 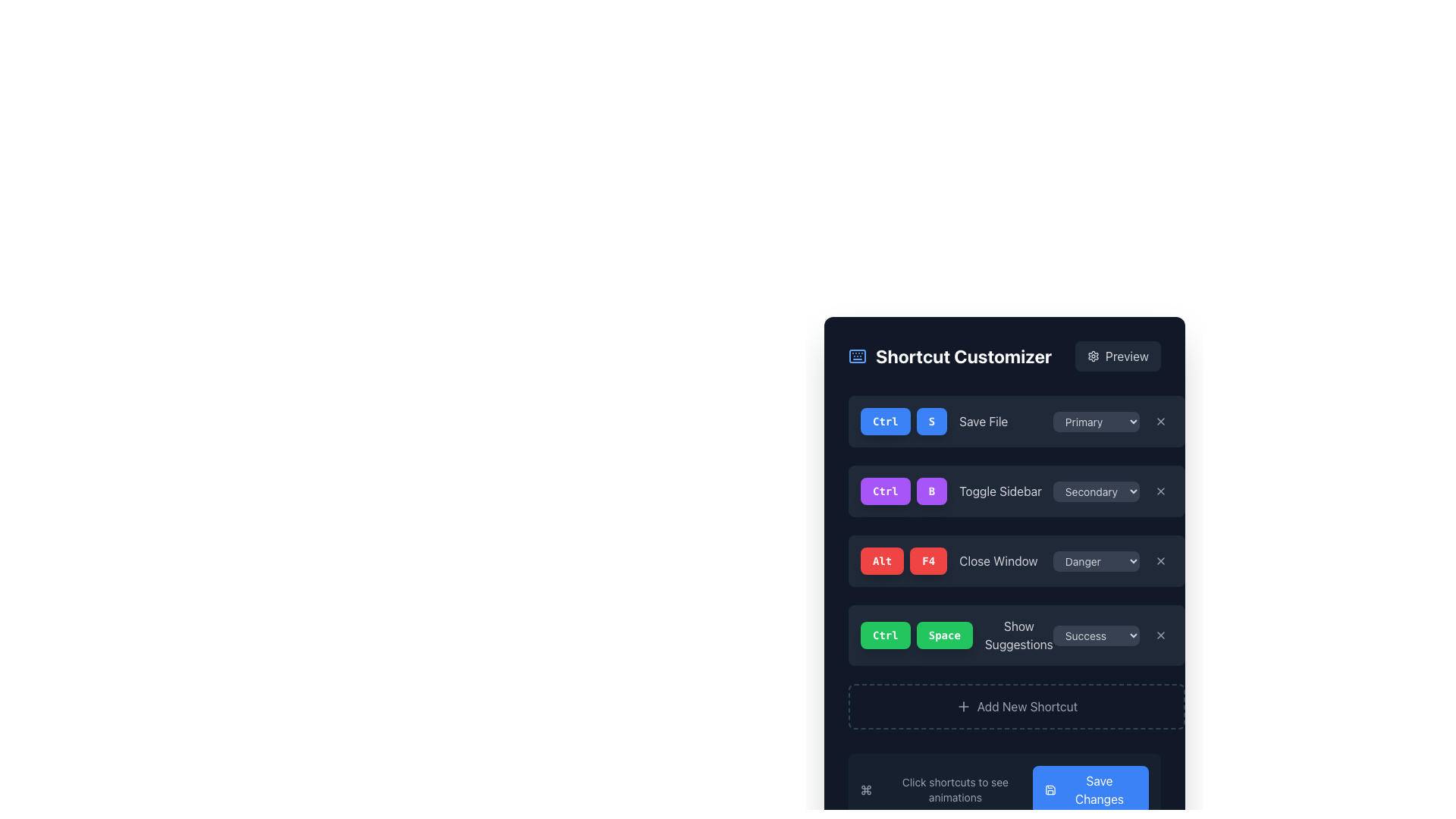 I want to click on the command key icon located at the bottom of the interface, which features four circular shapes forming a square with rounded edges, adjacent to the text 'Click shortcuts to see animations', so click(x=866, y=789).